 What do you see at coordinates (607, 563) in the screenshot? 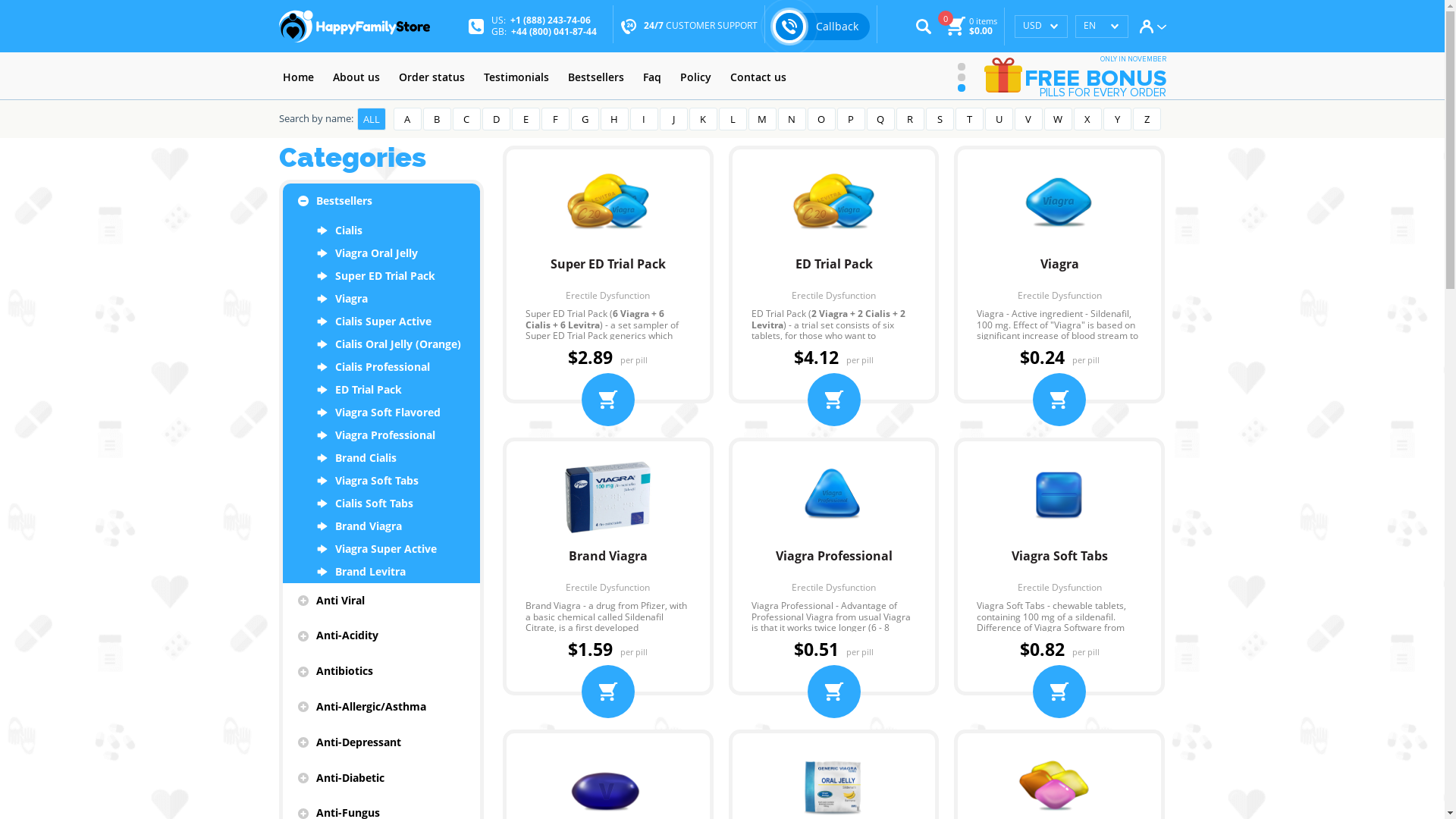
I see `'Brand Viagra'` at bounding box center [607, 563].